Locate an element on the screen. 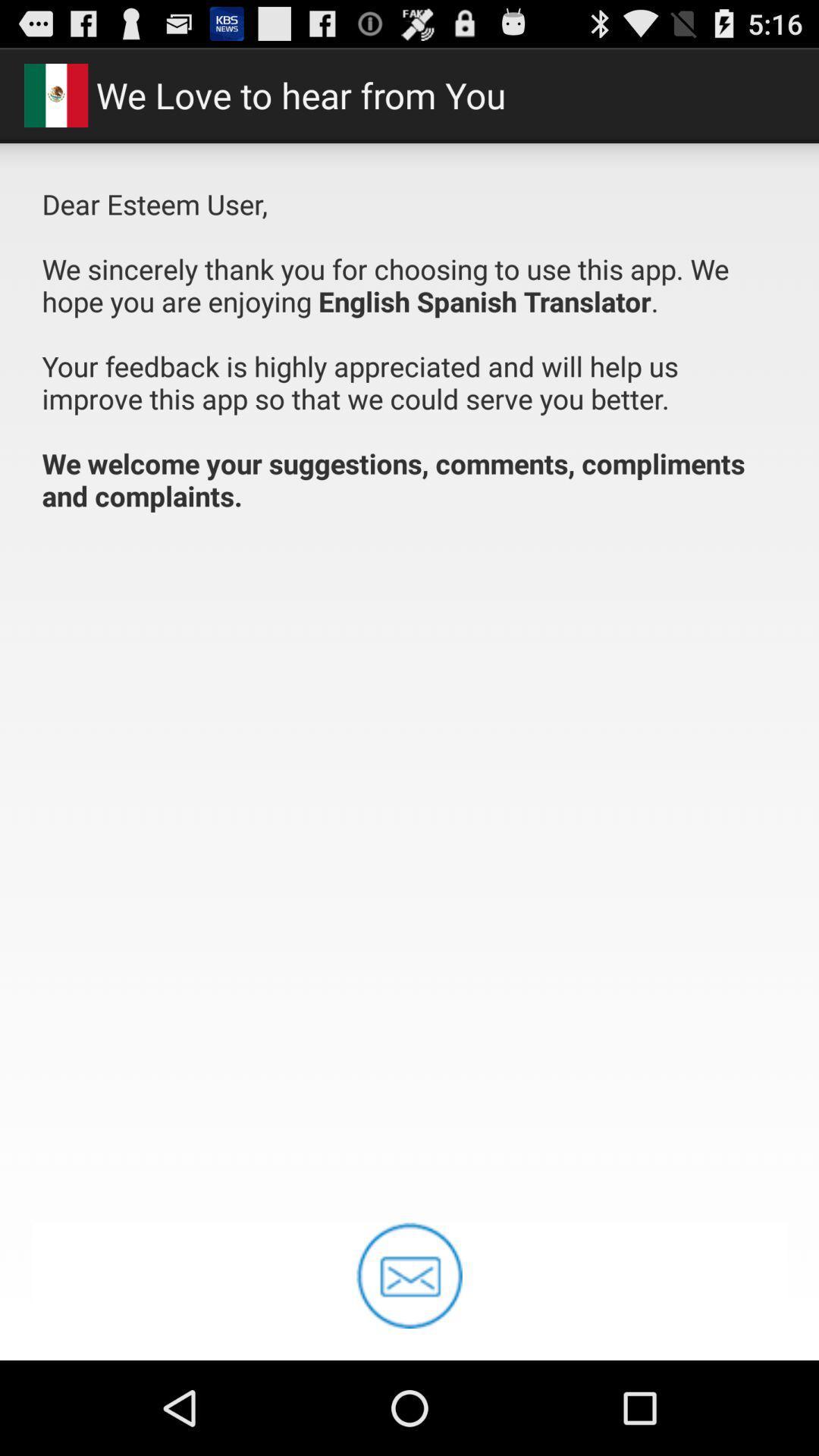 This screenshot has height=1456, width=819. email link is located at coordinates (409, 1275).